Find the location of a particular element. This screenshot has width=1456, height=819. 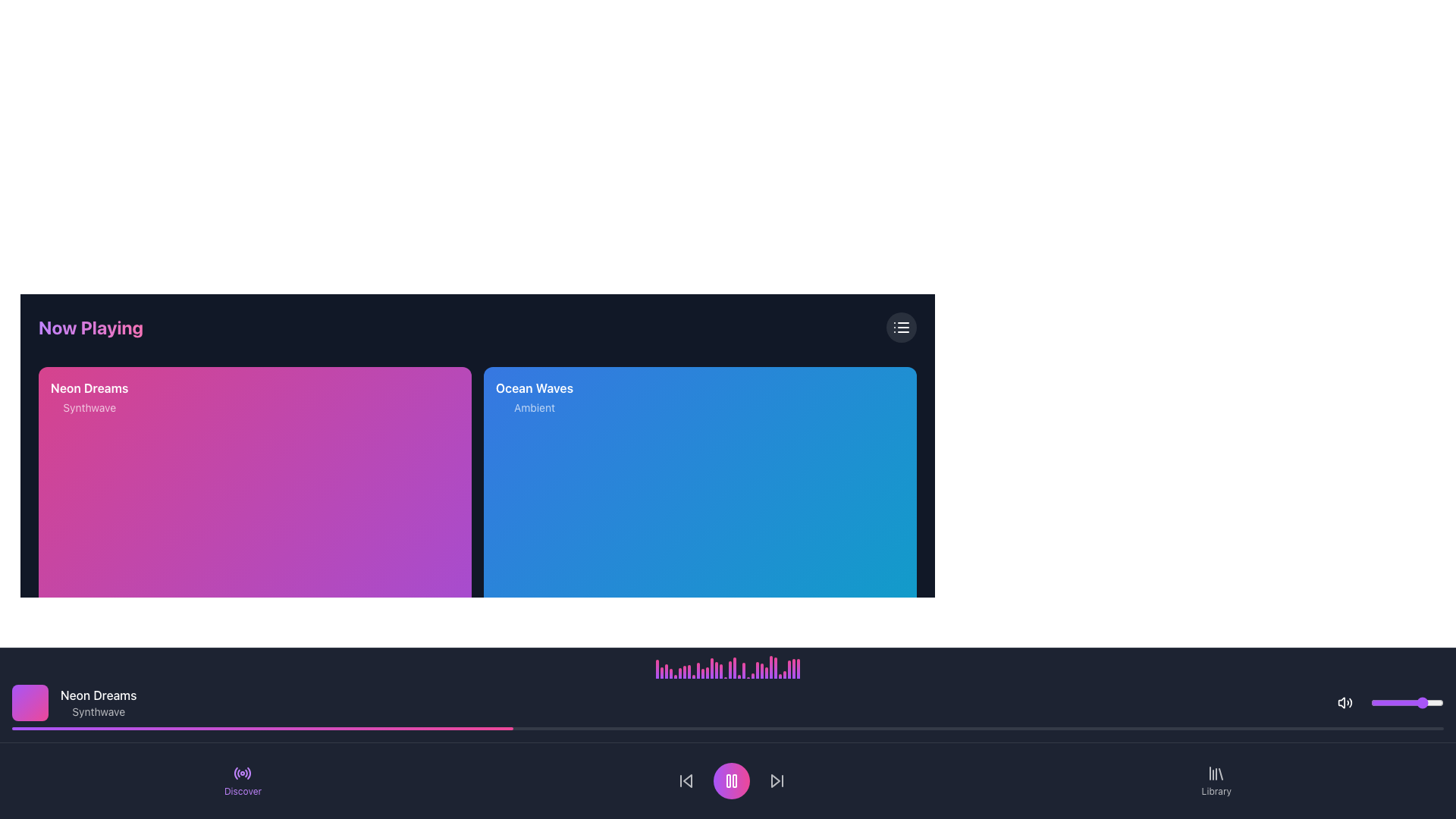

the 19th vertical gradient bar, rounded at the top, to interact with it is located at coordinates (739, 670).